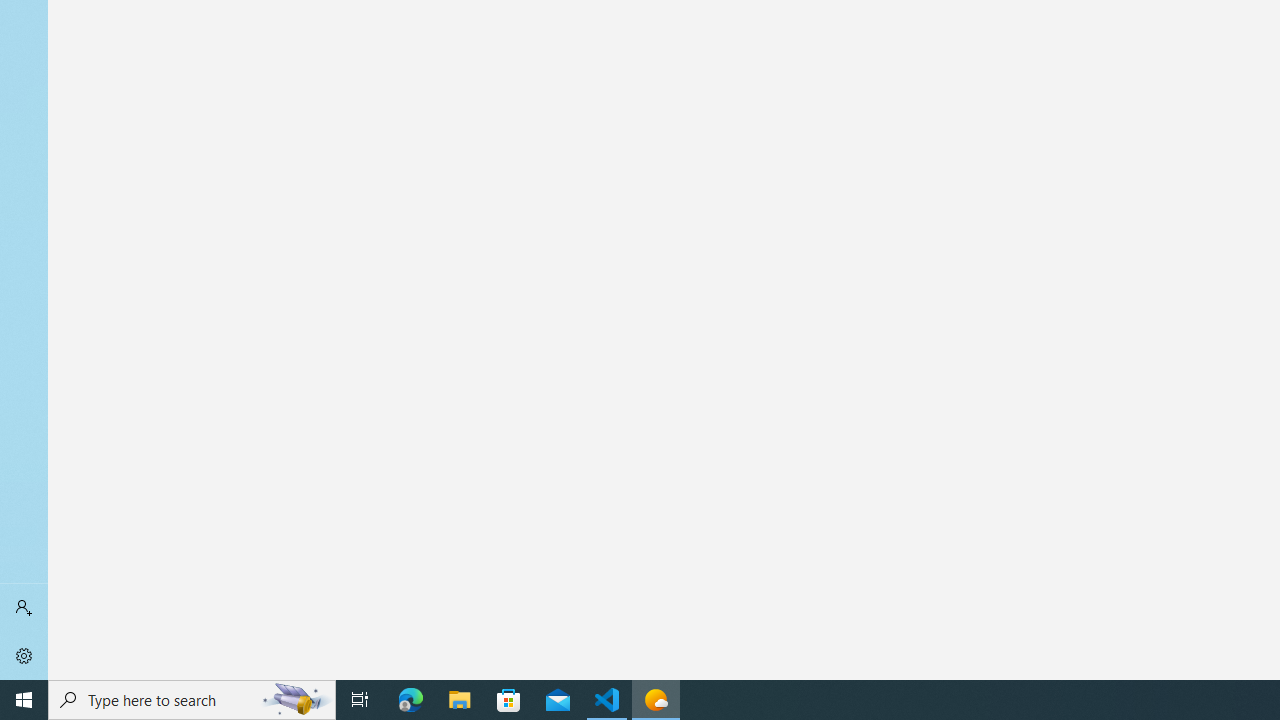  Describe the element at coordinates (24, 698) in the screenshot. I see `'Start'` at that location.